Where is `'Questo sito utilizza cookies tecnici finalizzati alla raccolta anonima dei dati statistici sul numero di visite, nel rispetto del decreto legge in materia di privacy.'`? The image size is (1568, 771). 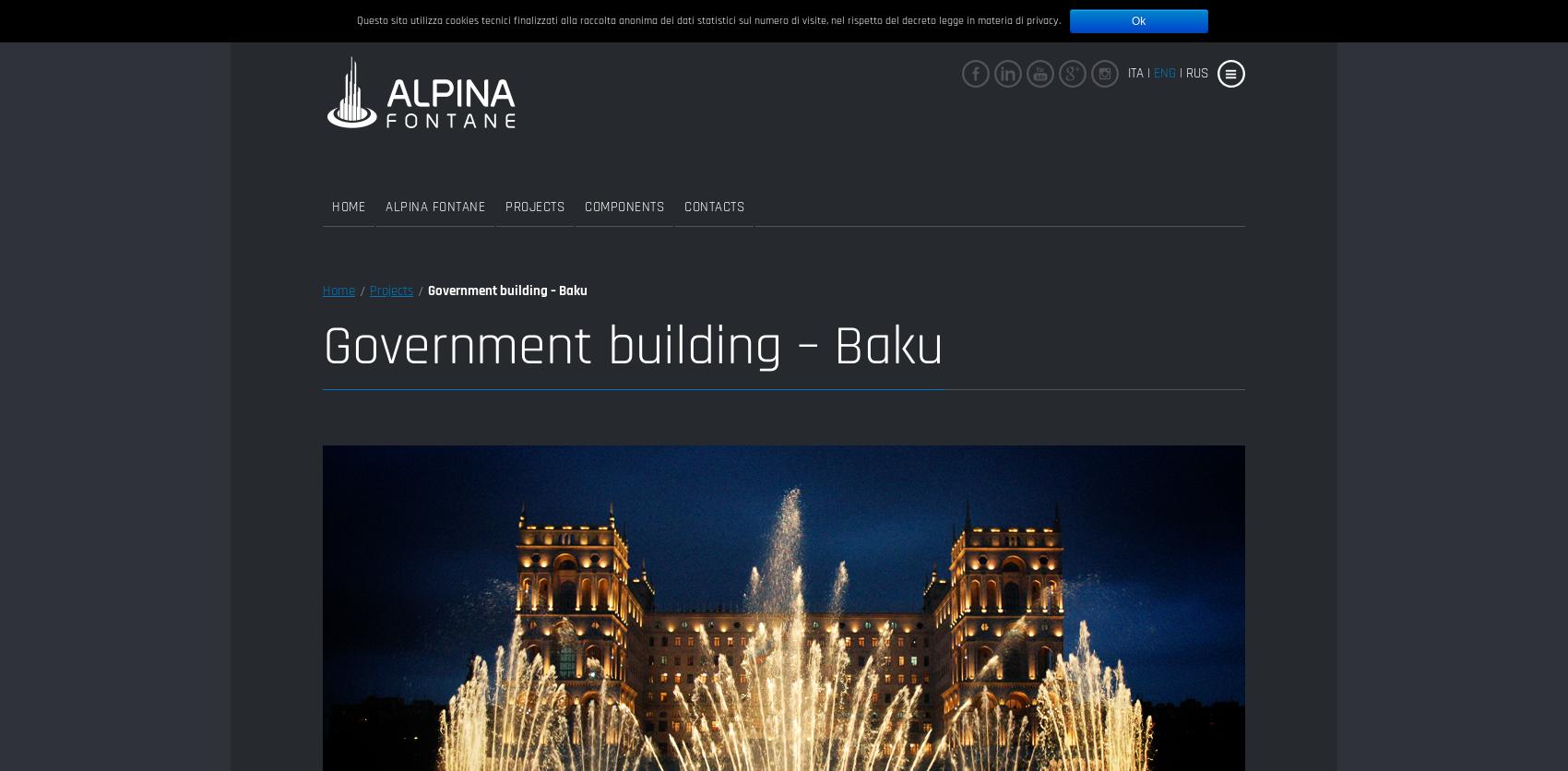
'Questo sito utilizza cookies tecnici finalizzati alla raccolta anonima dei dati statistici sul numero di visite, nel rispetto del decreto legge in materia di privacy.' is located at coordinates (707, 20).